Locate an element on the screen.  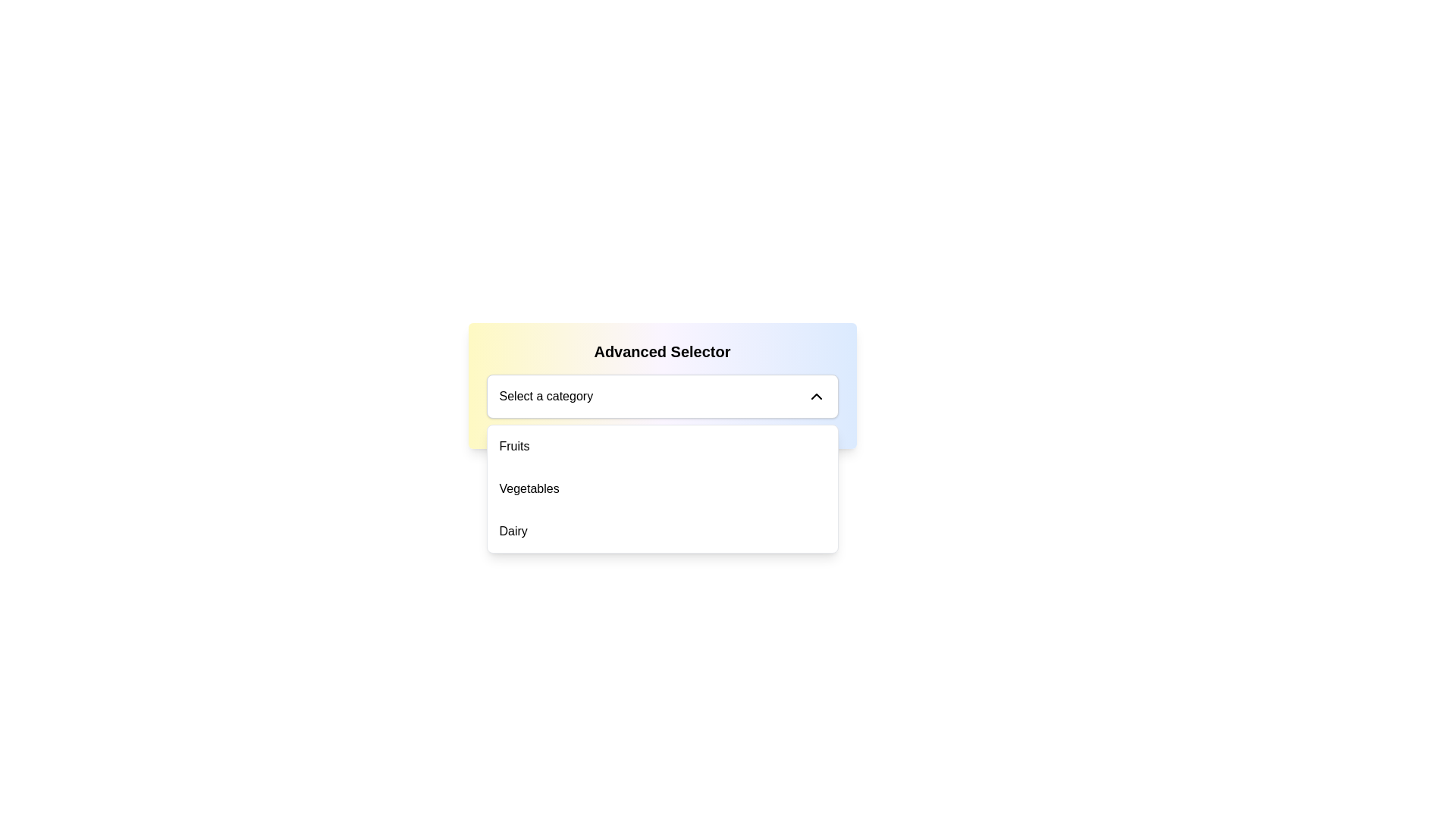
the 'Fruits' text label in the dropdown menu is located at coordinates (514, 446).